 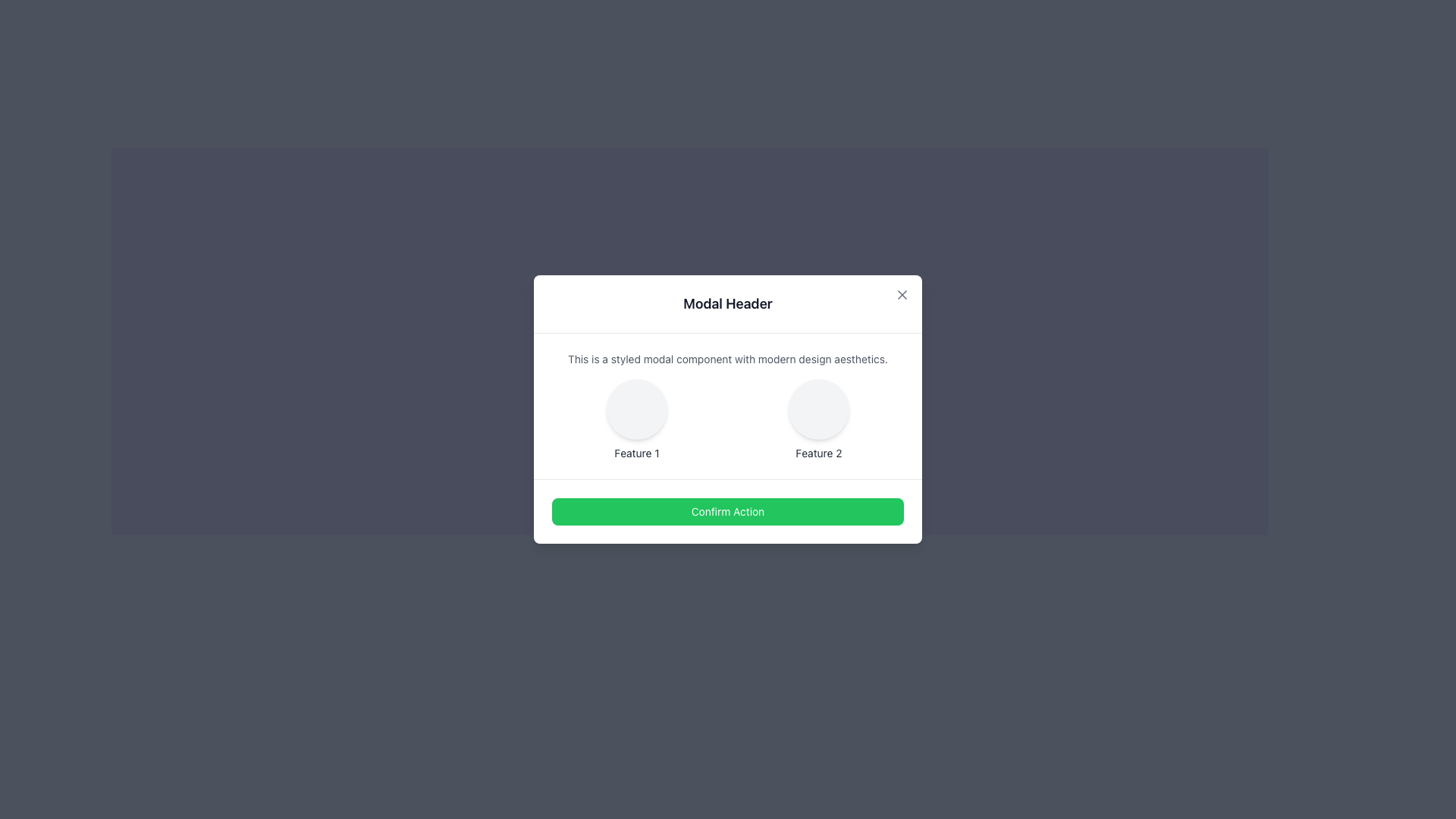 What do you see at coordinates (637, 420) in the screenshot?
I see `the grid item labeled 'Feature 1', which represents a feature or functionality of the UI` at bounding box center [637, 420].